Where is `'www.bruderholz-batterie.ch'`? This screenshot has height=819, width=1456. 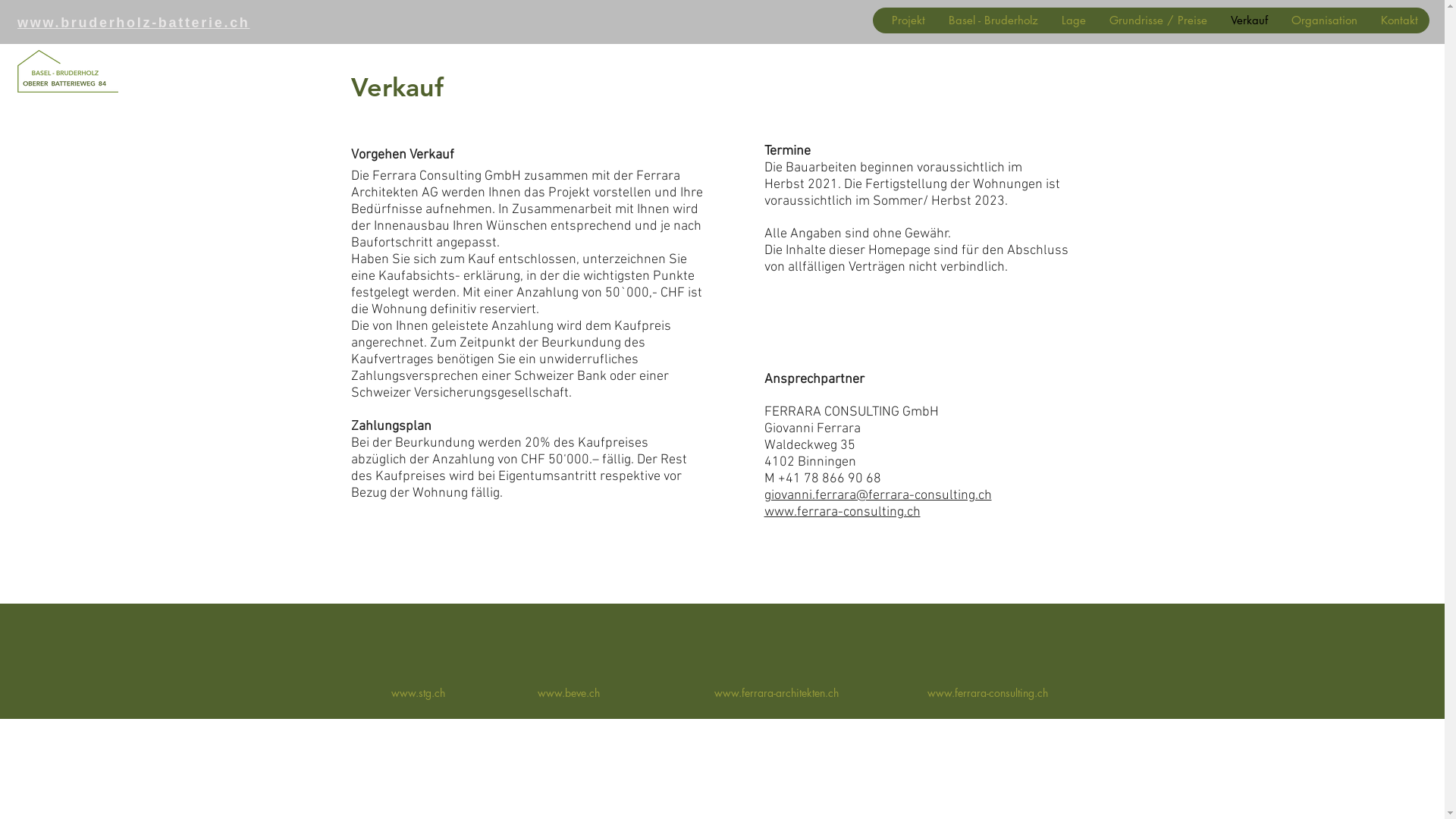 'www.bruderholz-batterie.ch' is located at coordinates (133, 23).